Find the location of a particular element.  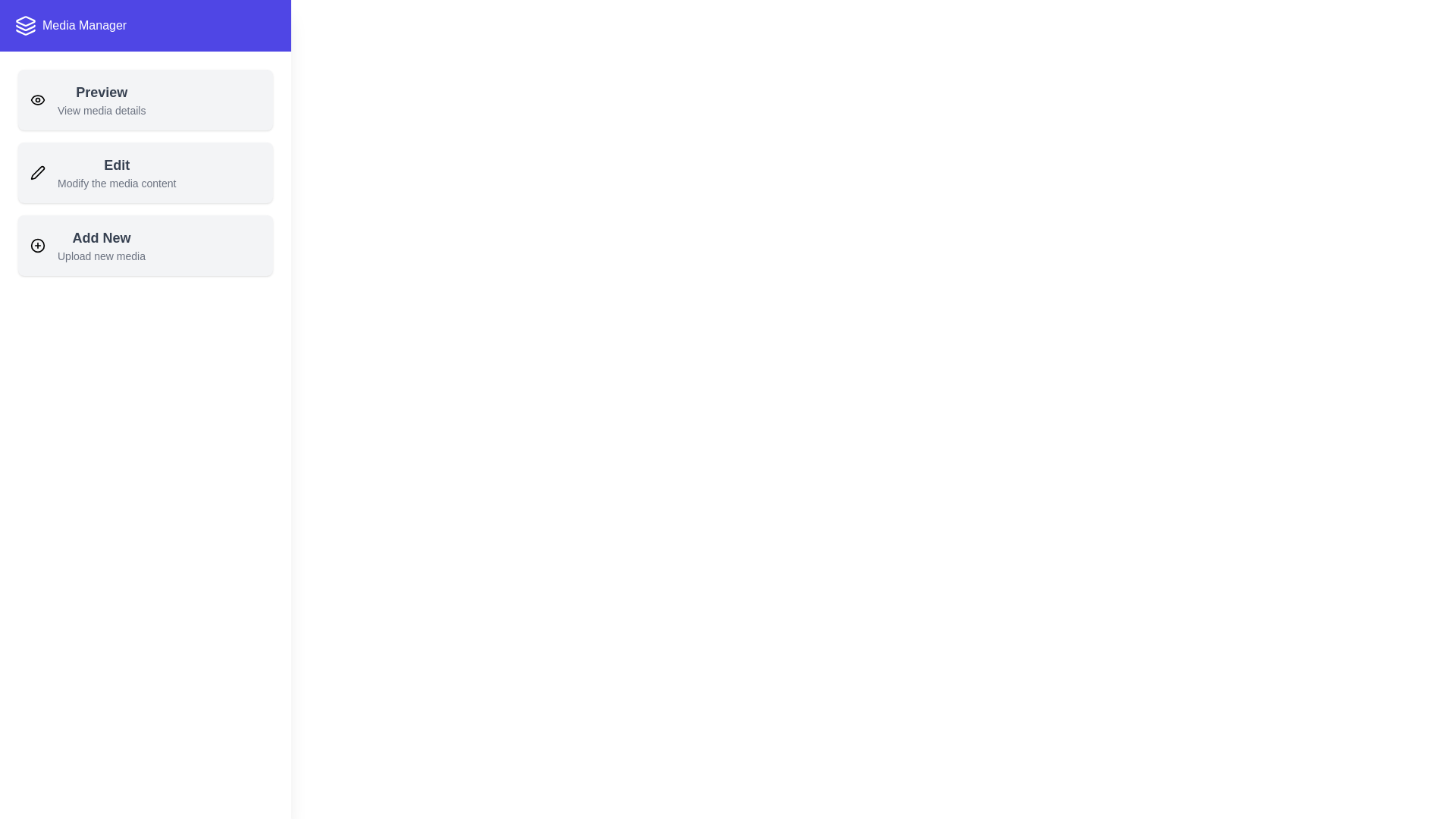

the 'Edit' button to modify media content is located at coordinates (146, 171).